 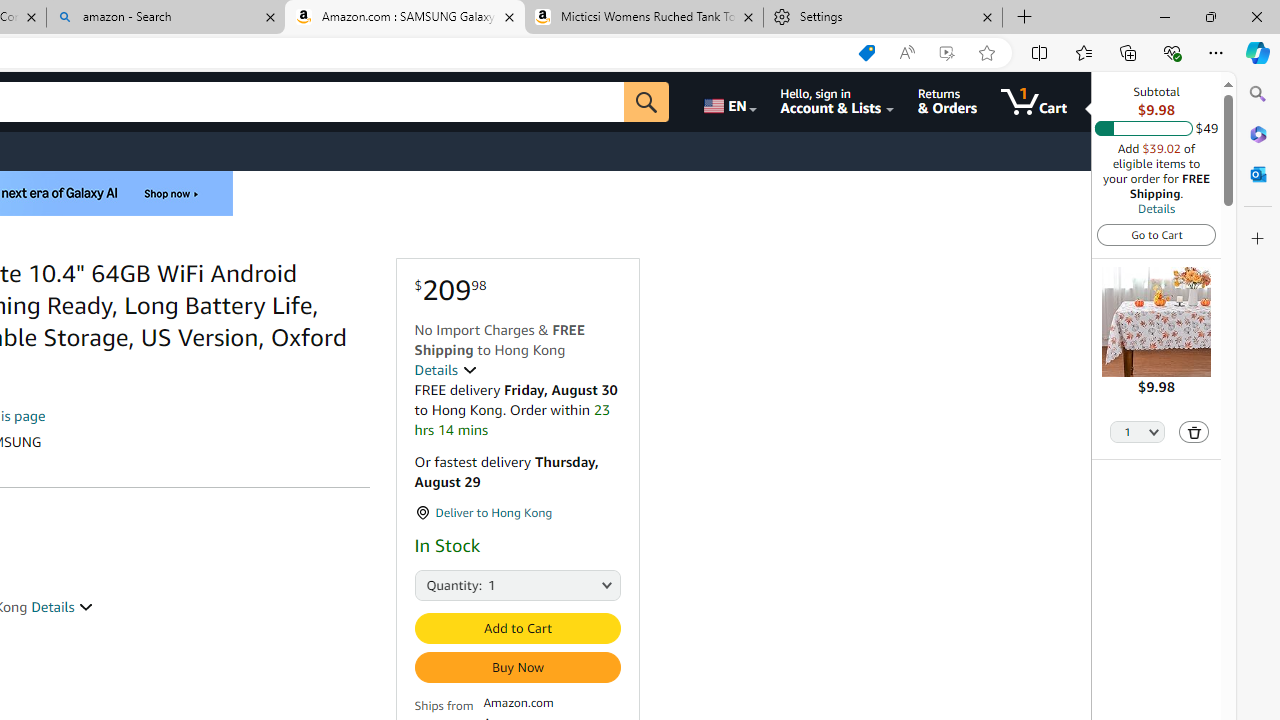 What do you see at coordinates (1034, 101) in the screenshot?
I see `'1 item in cart'` at bounding box center [1034, 101].